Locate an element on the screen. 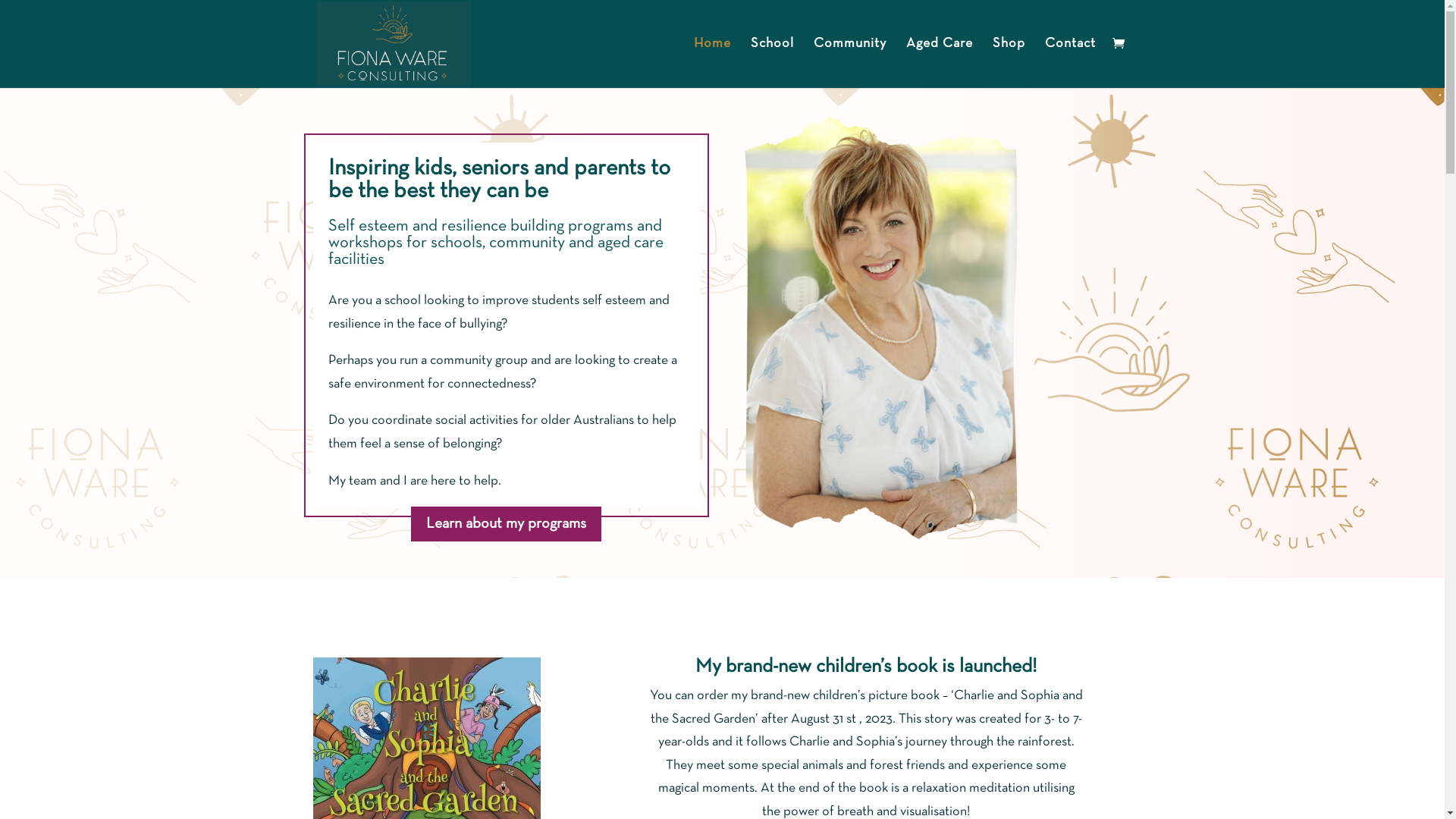 The height and width of the screenshot is (819, 1456). 'building-resilience-workshop-program' is located at coordinates (881, 332).